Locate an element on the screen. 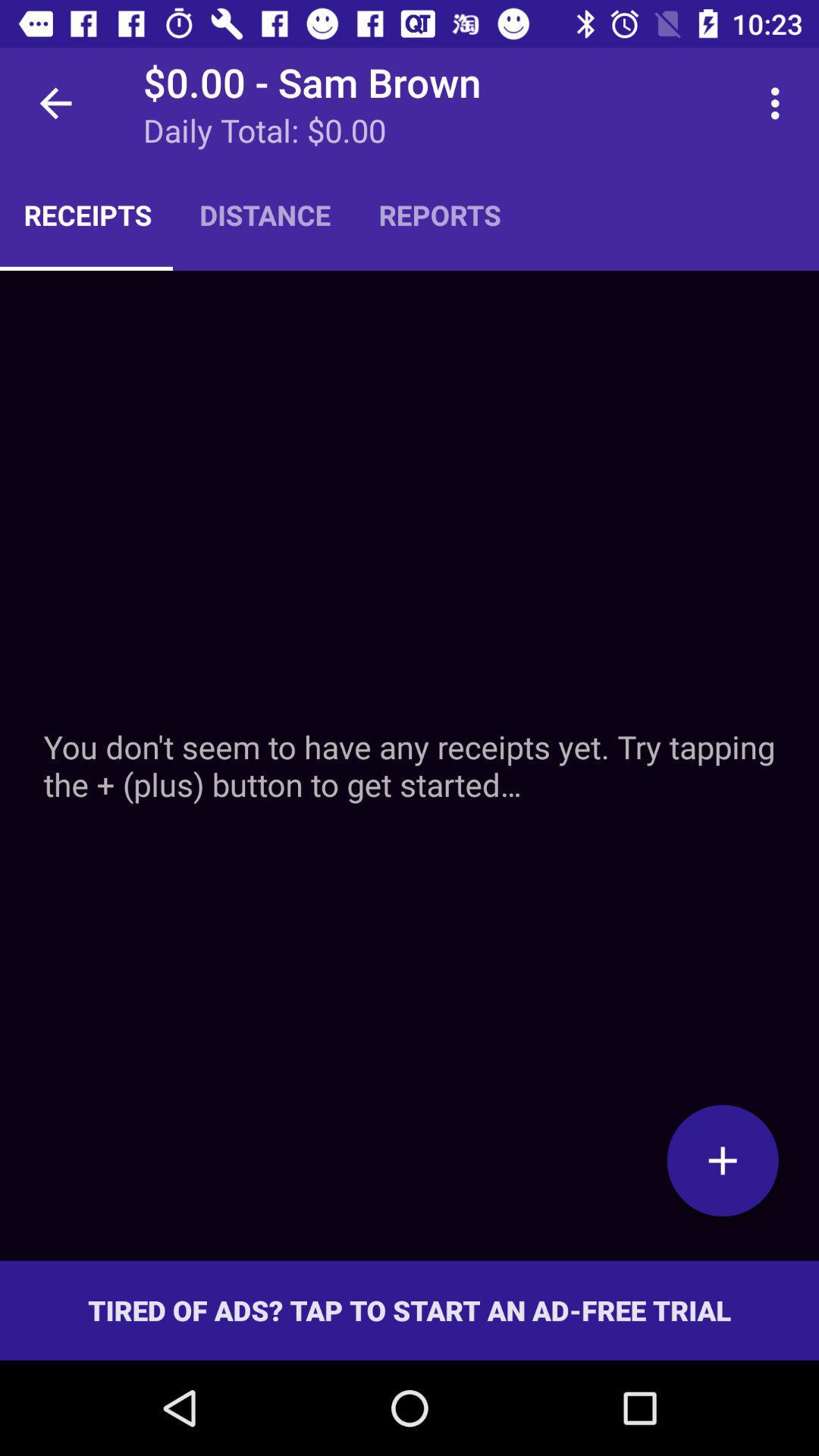 This screenshot has width=819, height=1456. icon below the receipts is located at coordinates (409, 765).